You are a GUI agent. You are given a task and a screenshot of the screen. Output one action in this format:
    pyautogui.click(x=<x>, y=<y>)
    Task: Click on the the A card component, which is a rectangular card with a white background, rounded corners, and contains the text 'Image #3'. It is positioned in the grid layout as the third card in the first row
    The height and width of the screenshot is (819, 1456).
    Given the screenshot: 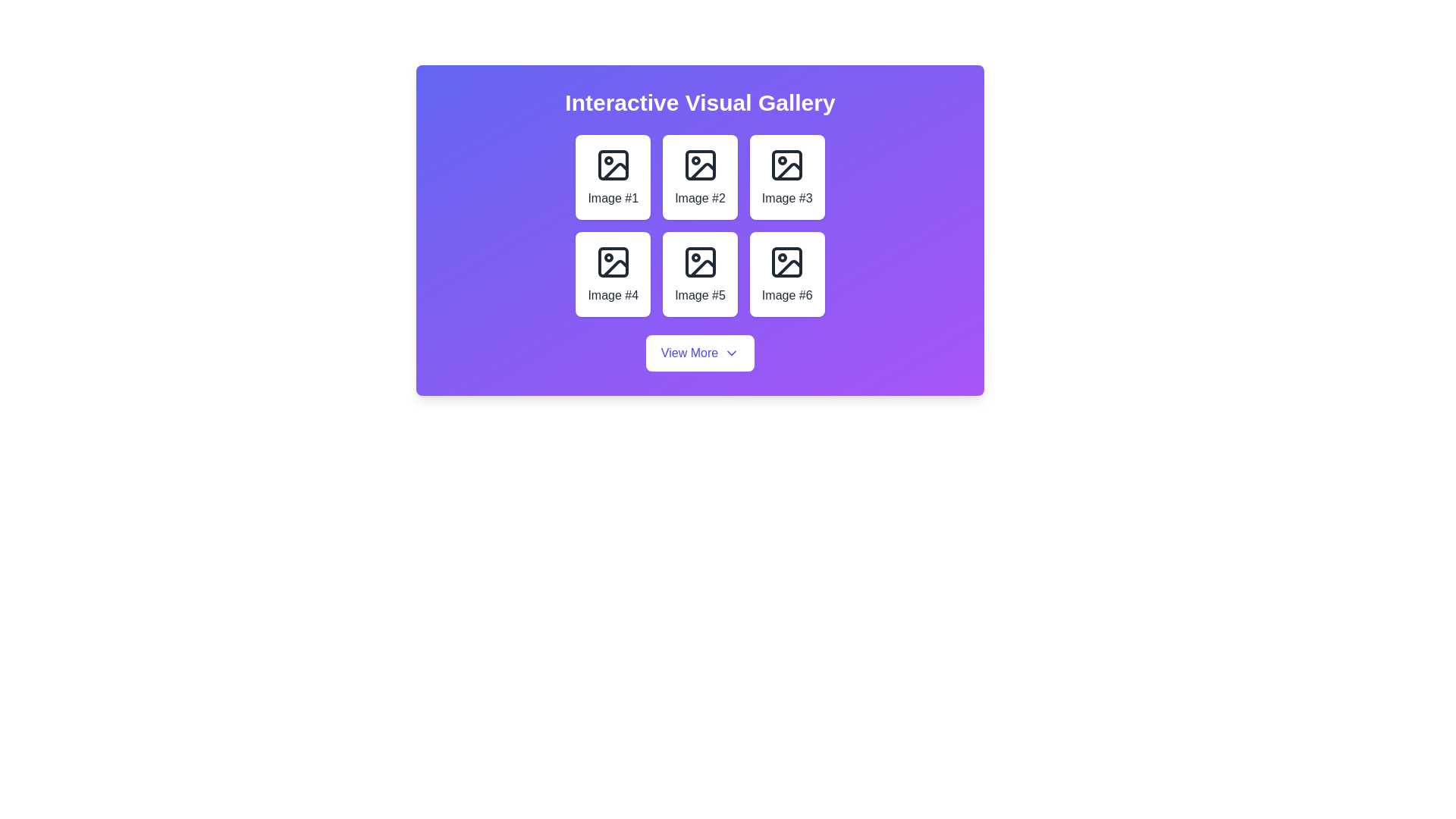 What is the action you would take?
    pyautogui.click(x=787, y=177)
    